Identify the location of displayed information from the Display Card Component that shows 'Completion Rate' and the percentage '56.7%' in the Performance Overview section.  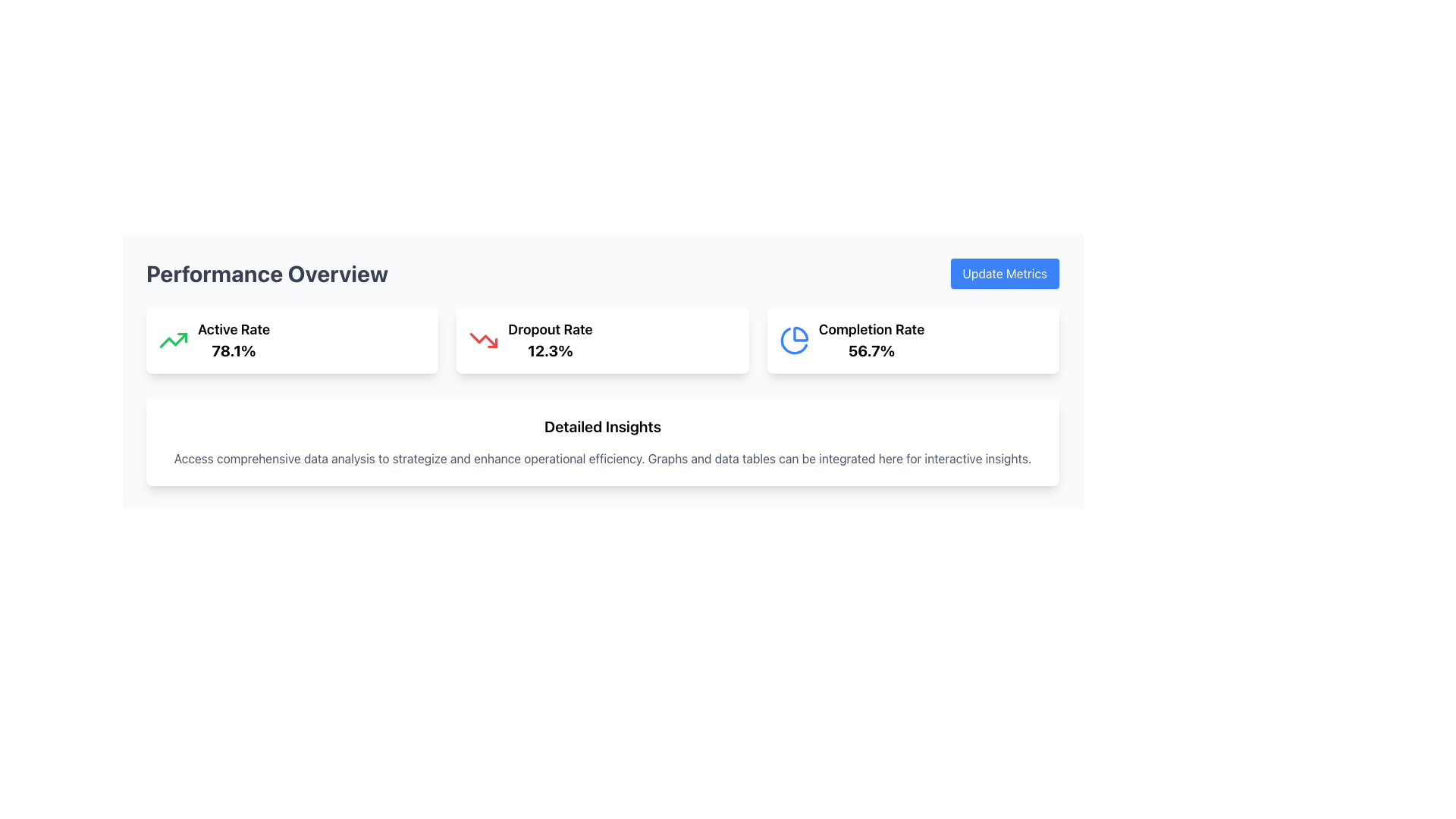
(871, 339).